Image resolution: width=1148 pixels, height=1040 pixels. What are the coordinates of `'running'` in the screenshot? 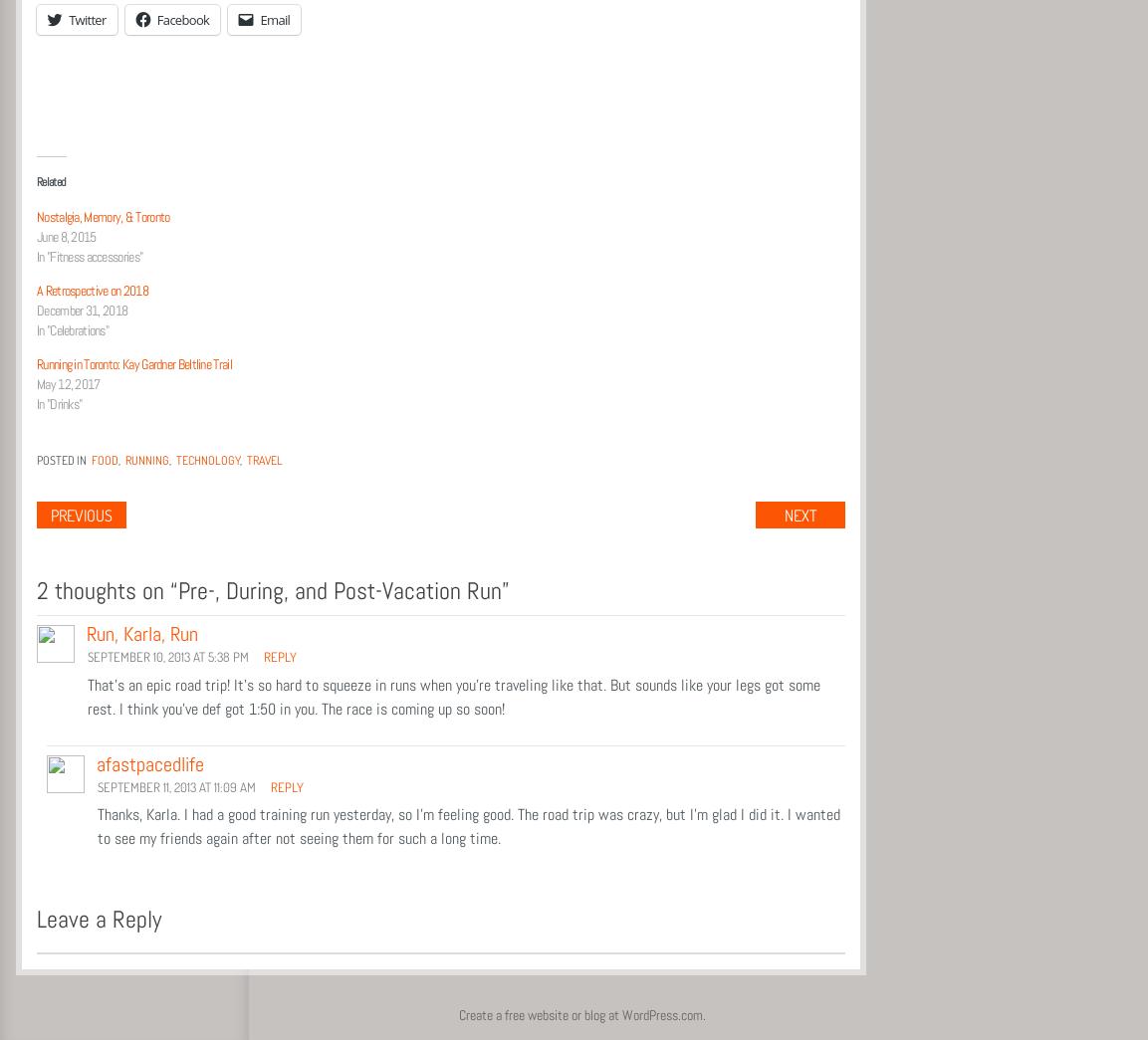 It's located at (147, 459).